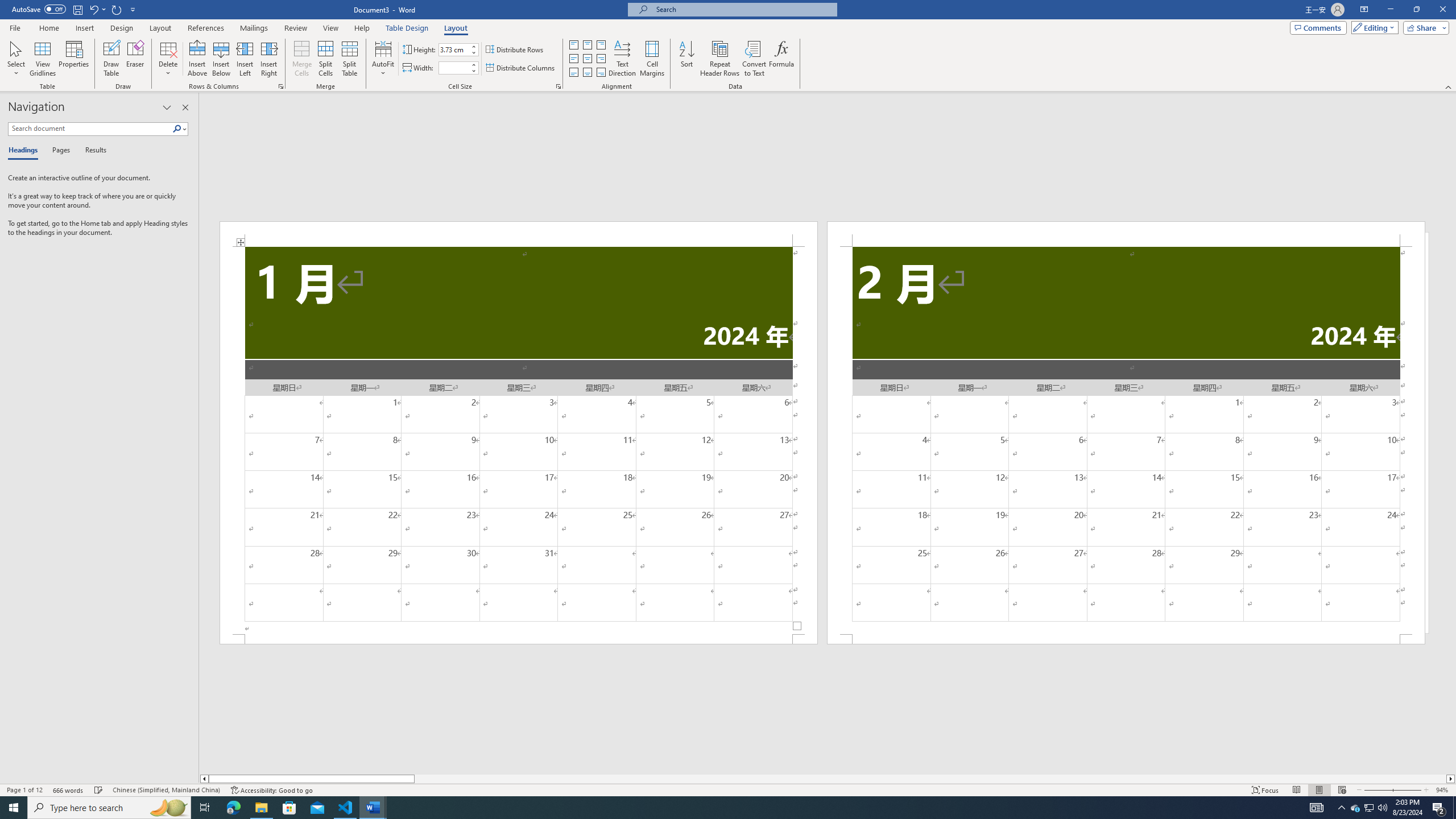  Describe the element at coordinates (135, 59) in the screenshot. I see `'Eraser'` at that location.